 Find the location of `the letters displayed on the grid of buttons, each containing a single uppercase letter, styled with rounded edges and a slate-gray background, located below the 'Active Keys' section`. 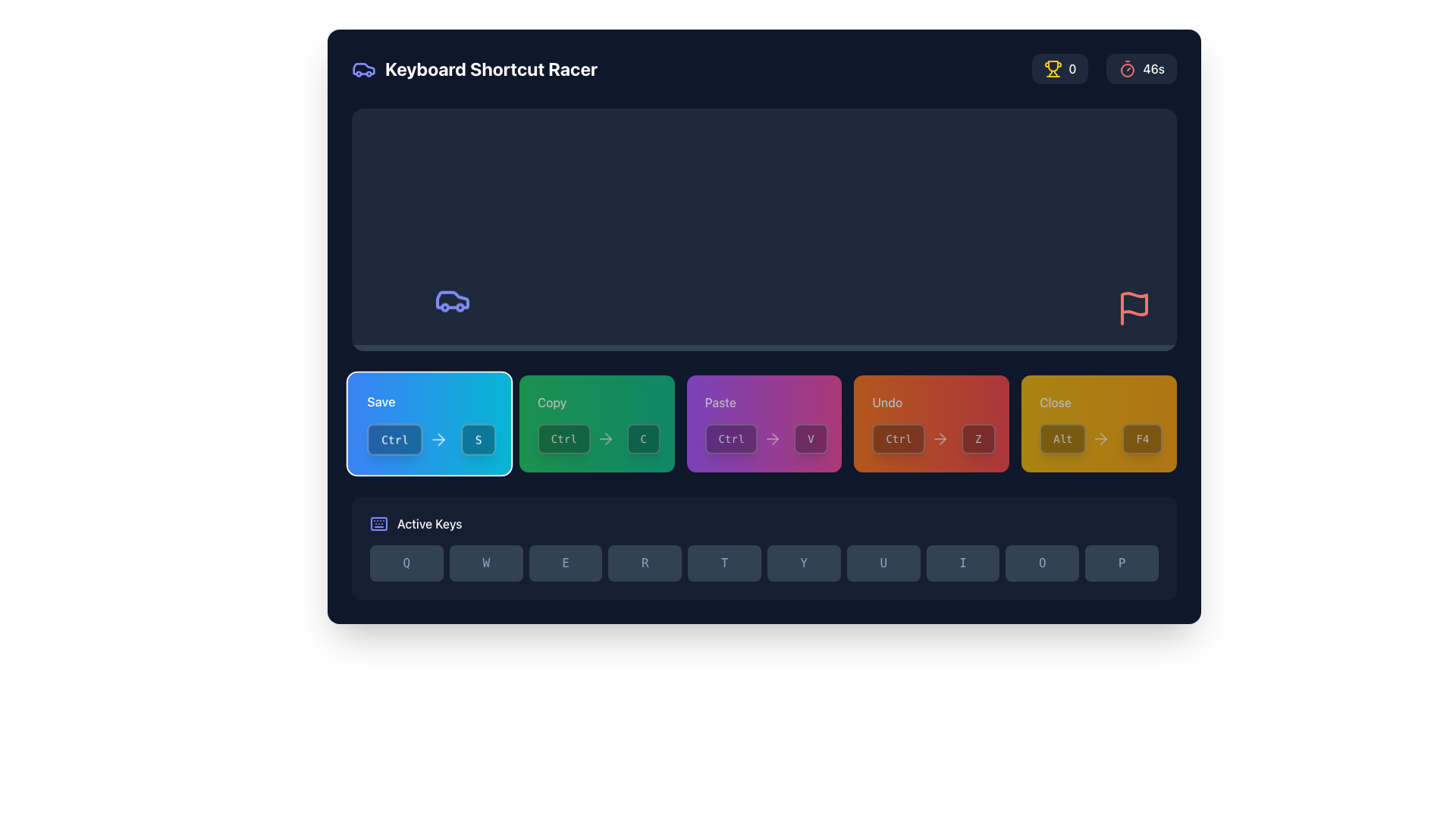

the letters displayed on the grid of buttons, each containing a single uppercase letter, styled with rounded edges and a slate-gray background, located below the 'Active Keys' section is located at coordinates (764, 563).